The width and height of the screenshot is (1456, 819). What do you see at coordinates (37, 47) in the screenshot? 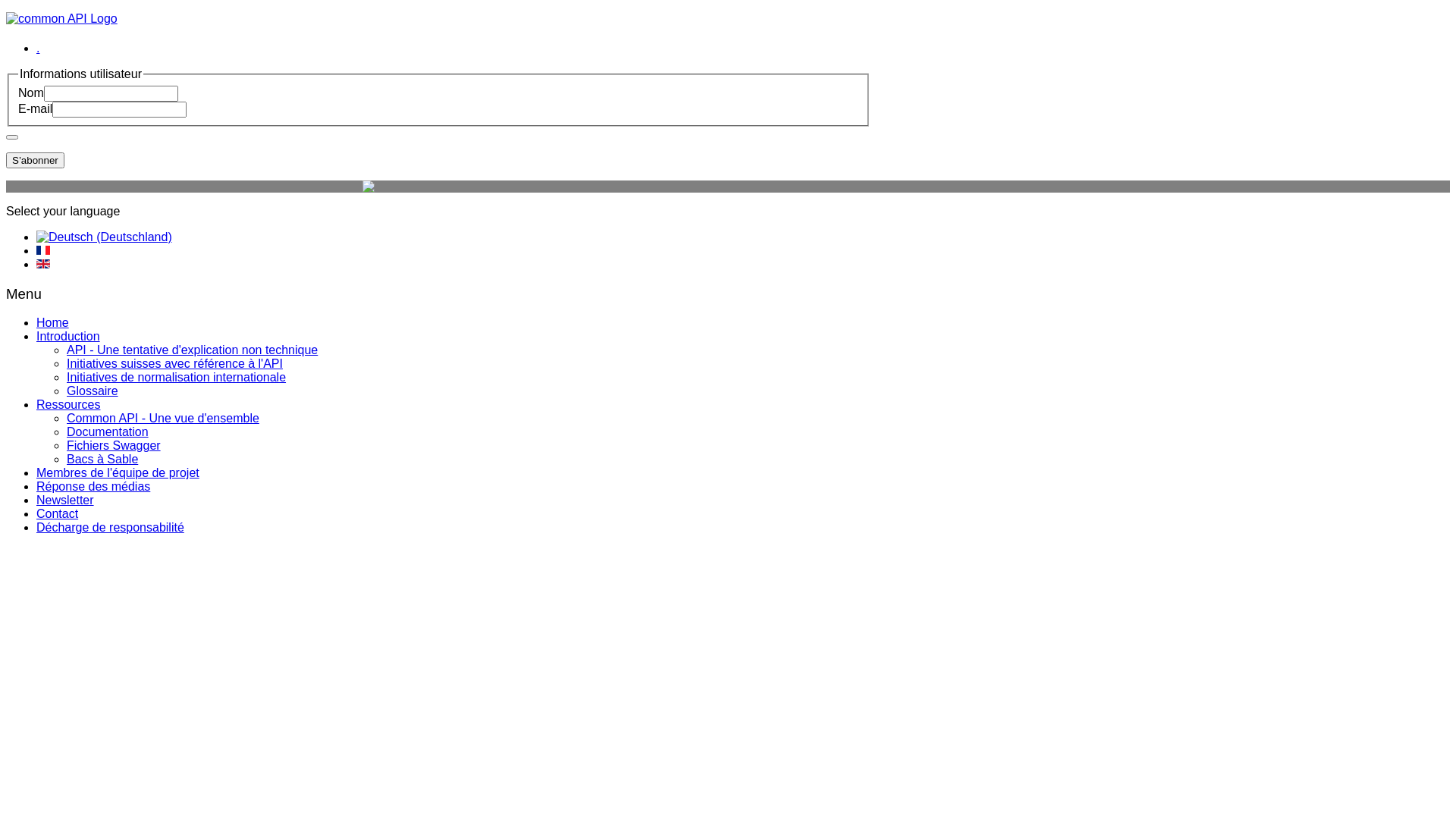
I see `'.'` at bounding box center [37, 47].